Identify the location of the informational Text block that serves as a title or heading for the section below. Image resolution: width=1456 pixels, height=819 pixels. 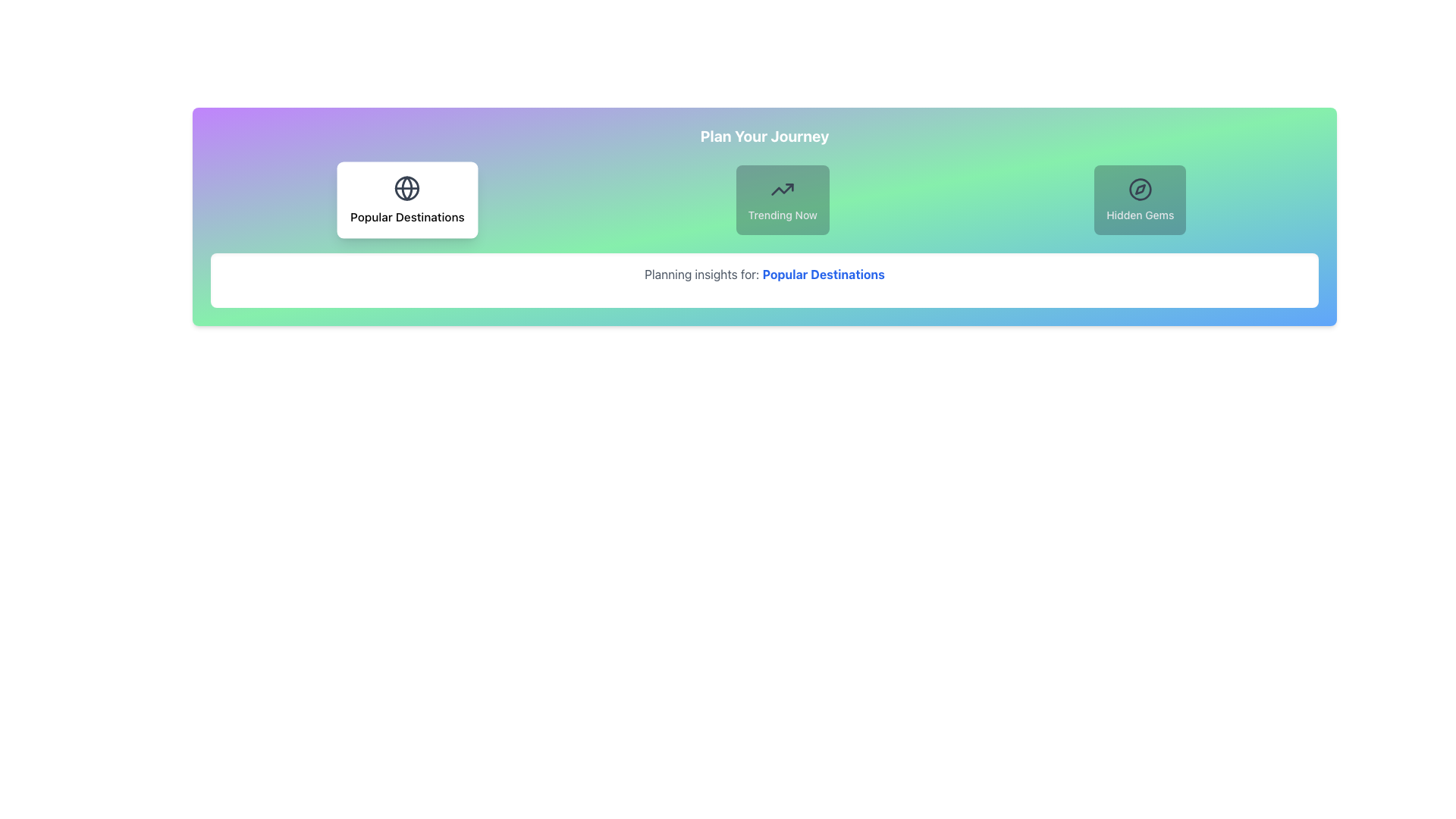
(764, 136).